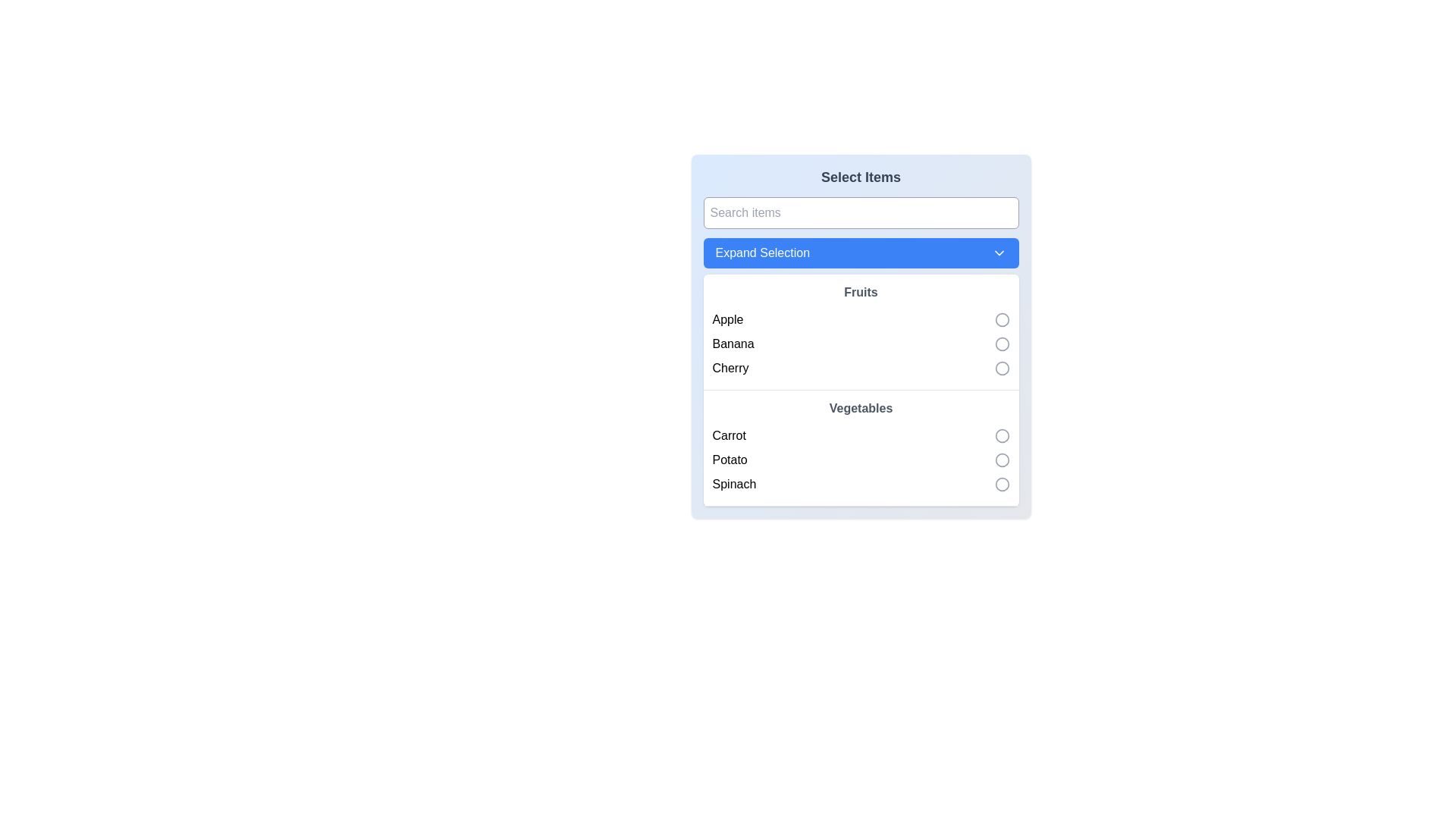 Image resolution: width=1456 pixels, height=819 pixels. I want to click on the 'Apple' text label in the selection list under the 'Fruits' header, which is the first item in this category, so click(728, 318).